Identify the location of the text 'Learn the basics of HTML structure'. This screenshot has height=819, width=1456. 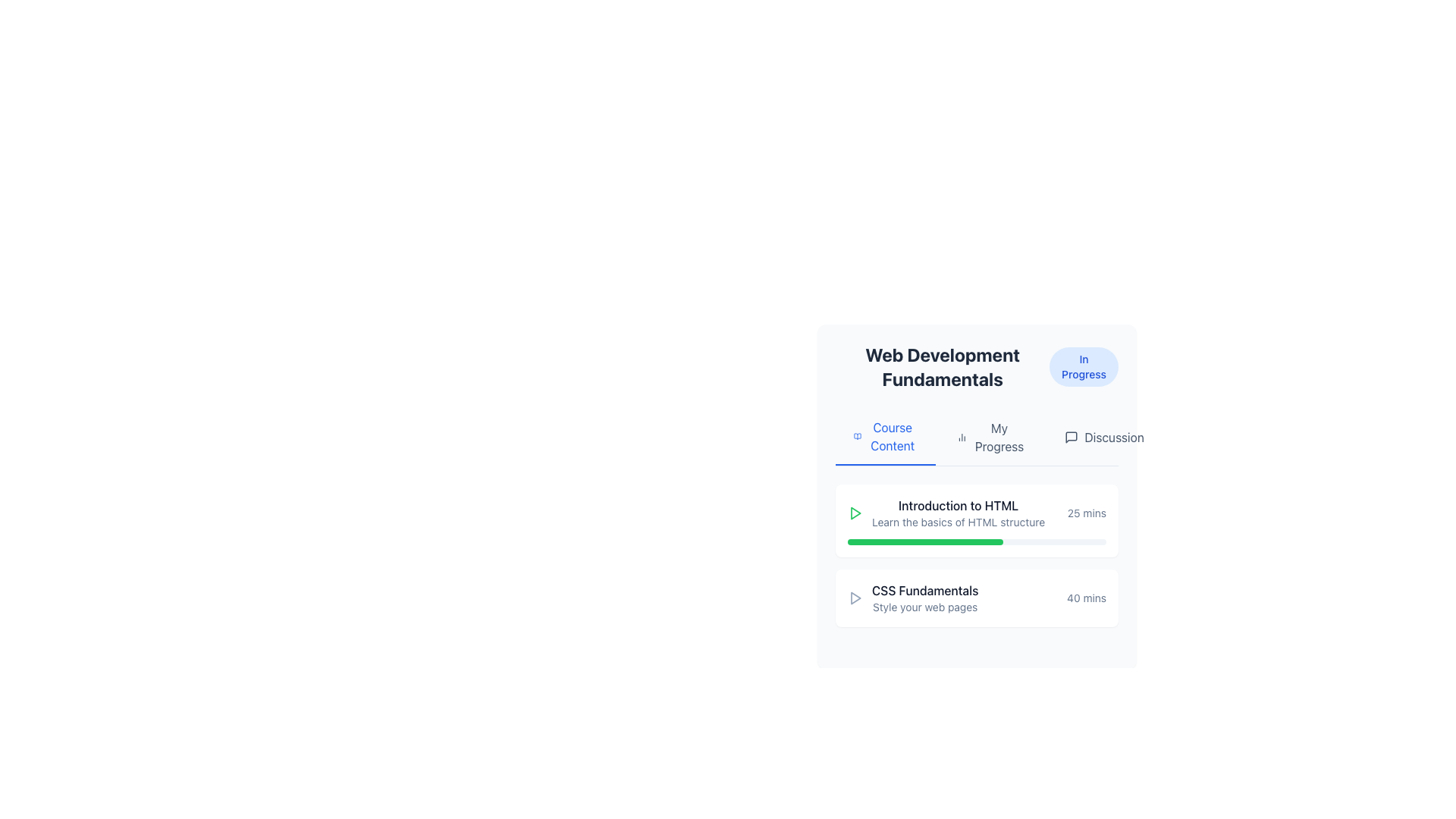
(958, 522).